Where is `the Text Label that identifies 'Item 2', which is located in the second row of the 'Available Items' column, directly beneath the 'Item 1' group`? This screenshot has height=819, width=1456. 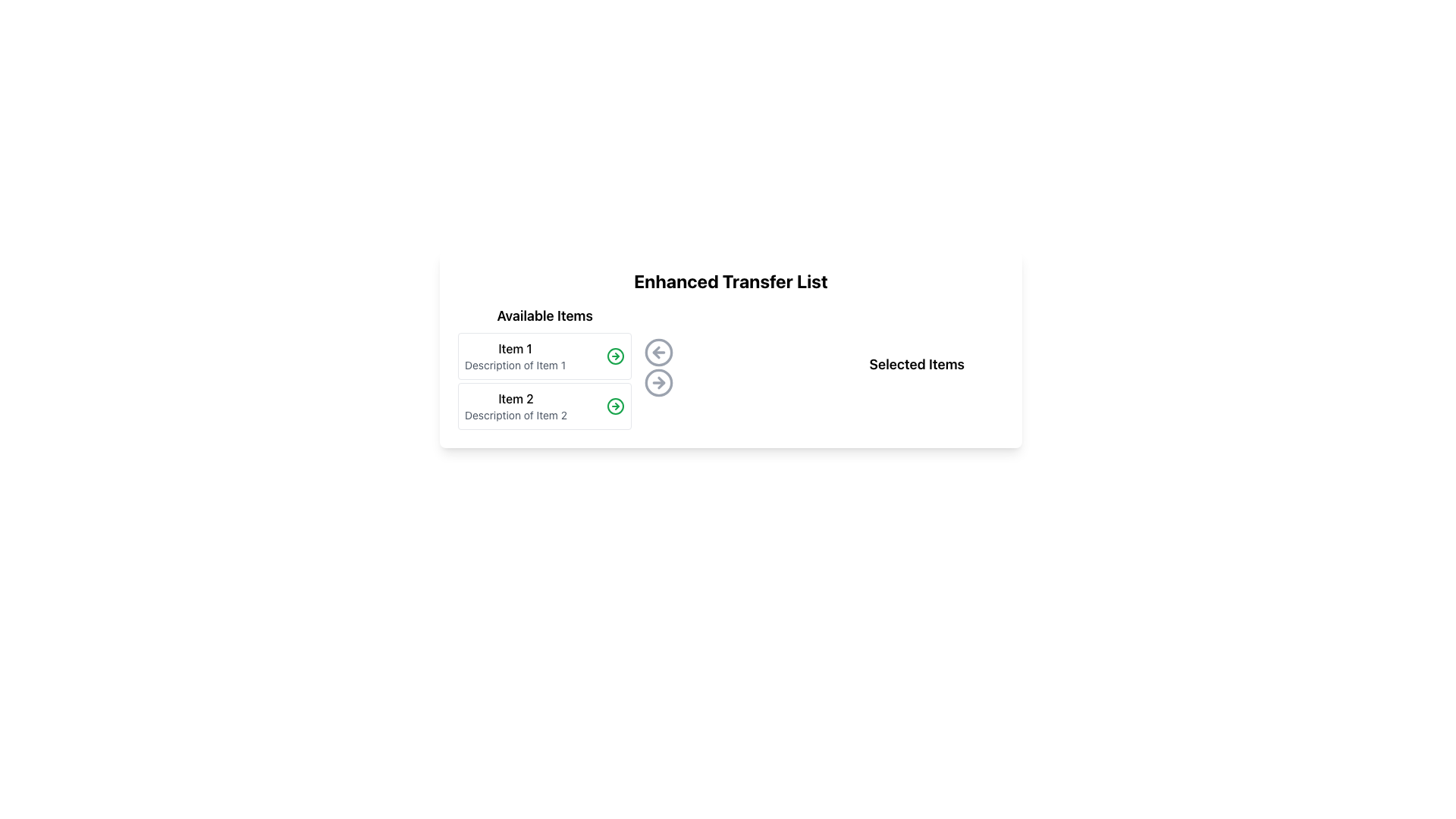 the Text Label that identifies 'Item 2', which is located in the second row of the 'Available Items' column, directly beneath the 'Item 1' group is located at coordinates (516, 397).